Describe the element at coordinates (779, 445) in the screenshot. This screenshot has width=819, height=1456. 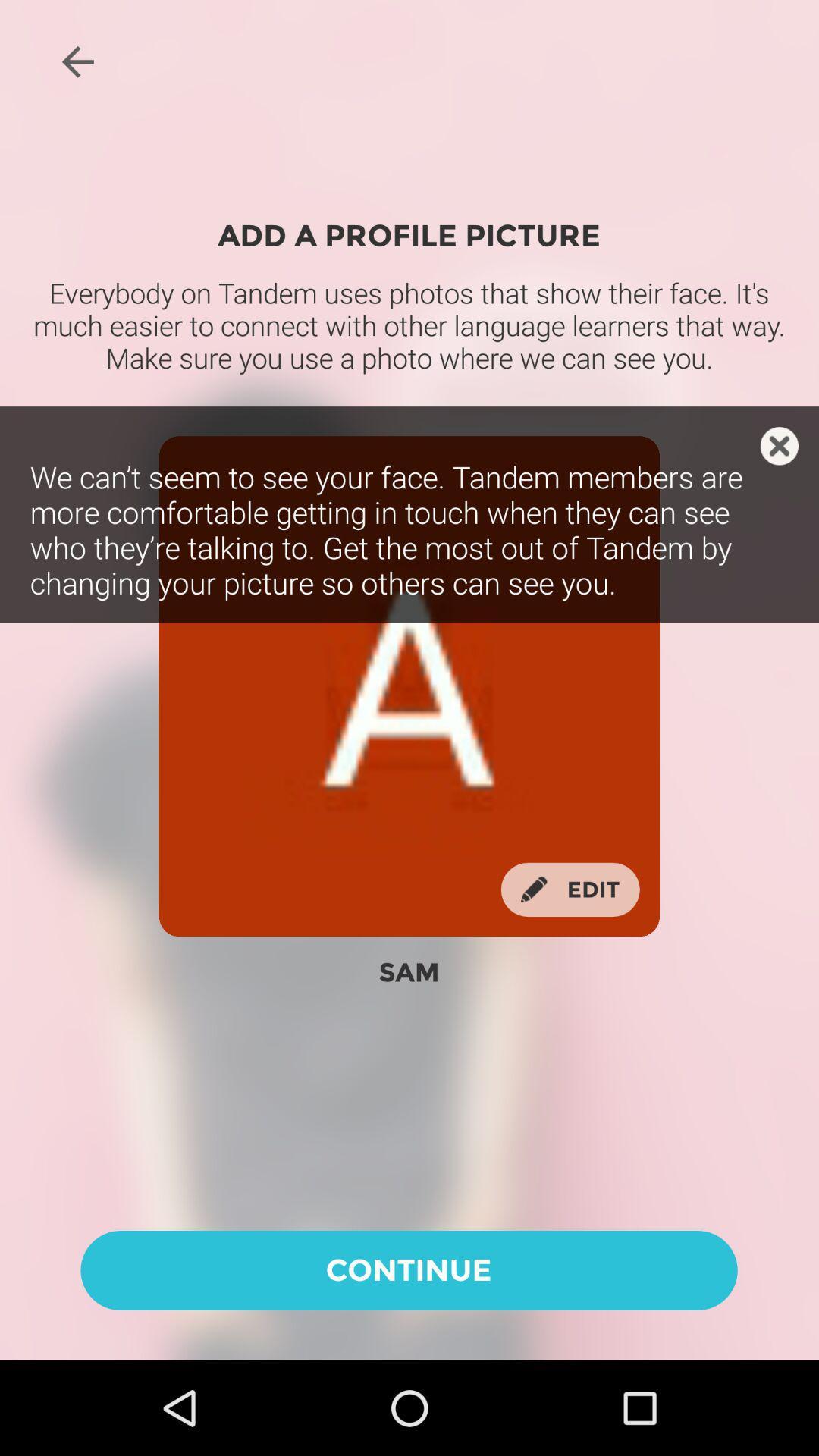
I see `close` at that location.